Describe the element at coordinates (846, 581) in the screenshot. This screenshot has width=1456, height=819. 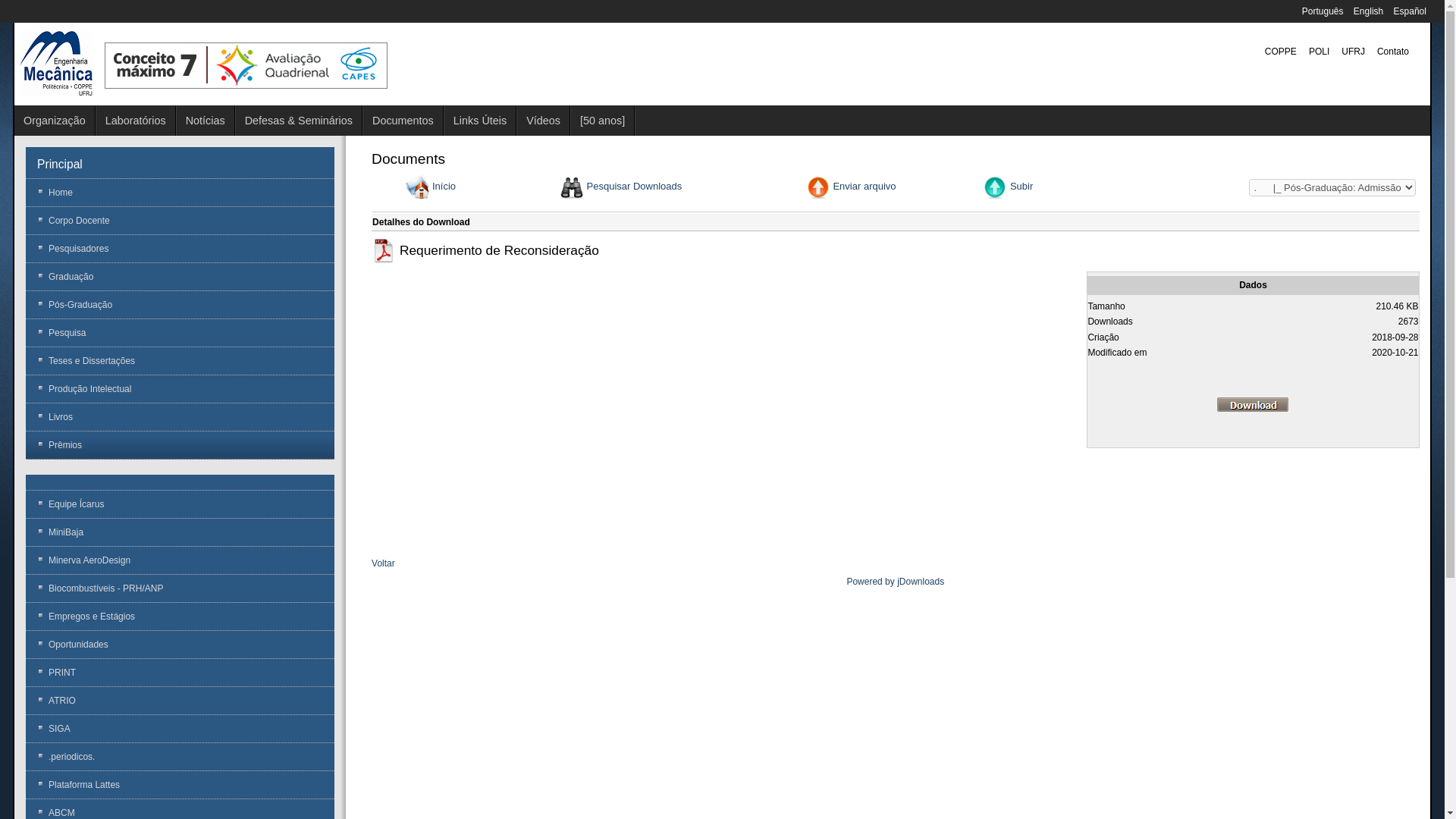
I see `'Powered by '` at that location.